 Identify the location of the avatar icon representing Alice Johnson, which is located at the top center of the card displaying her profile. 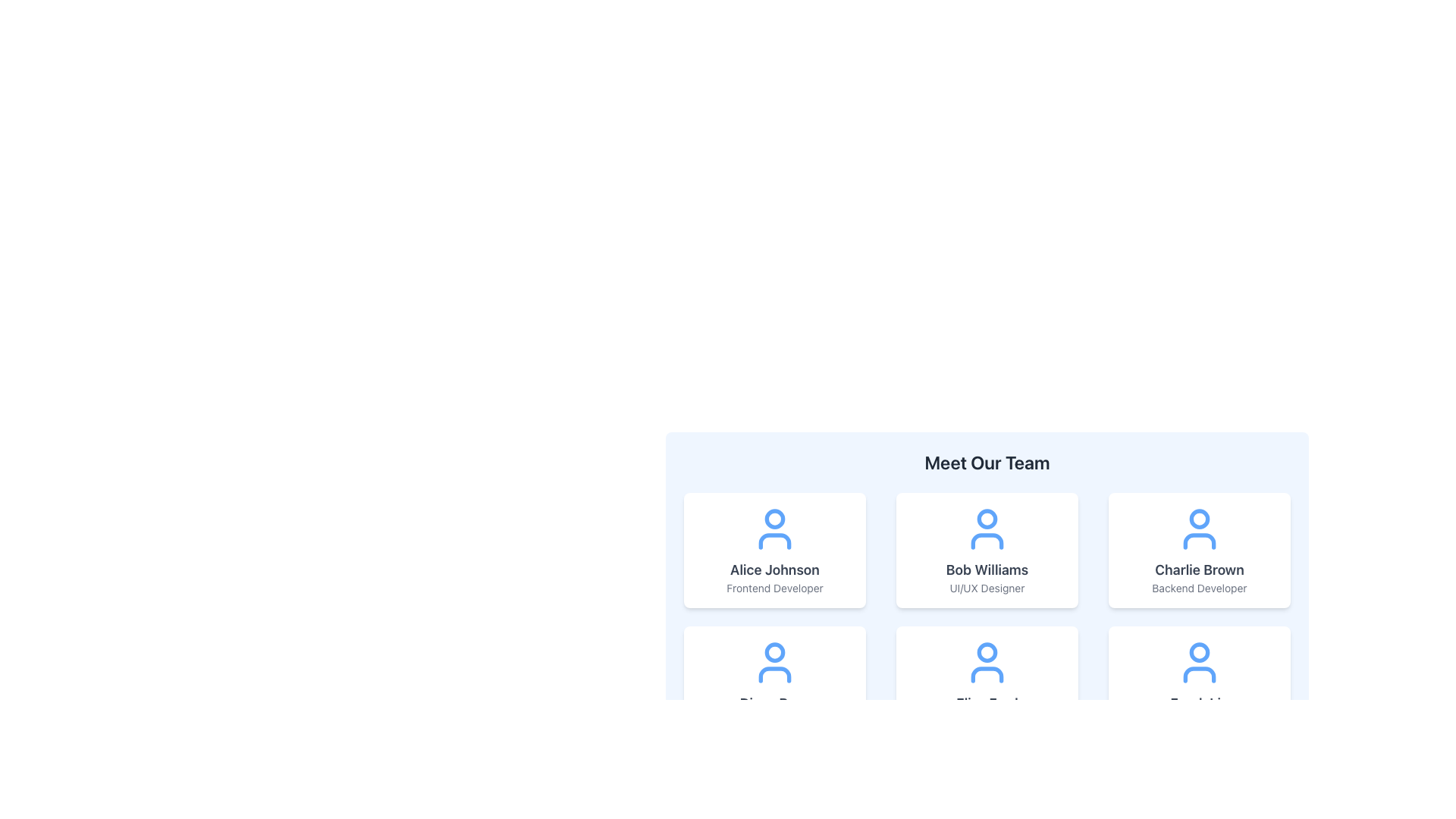
(775, 529).